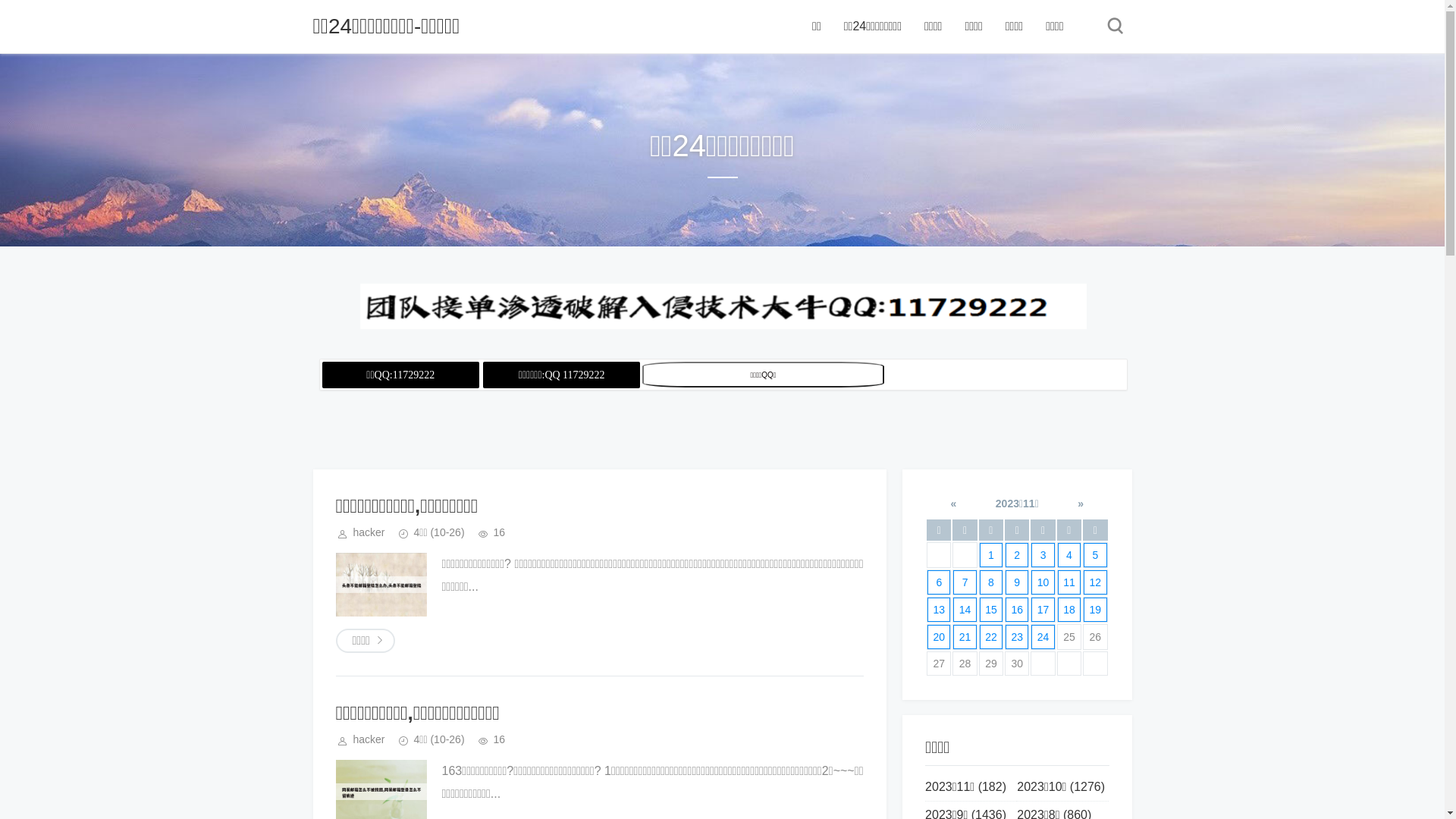 Image resolution: width=1456 pixels, height=819 pixels. I want to click on '1', so click(990, 555).